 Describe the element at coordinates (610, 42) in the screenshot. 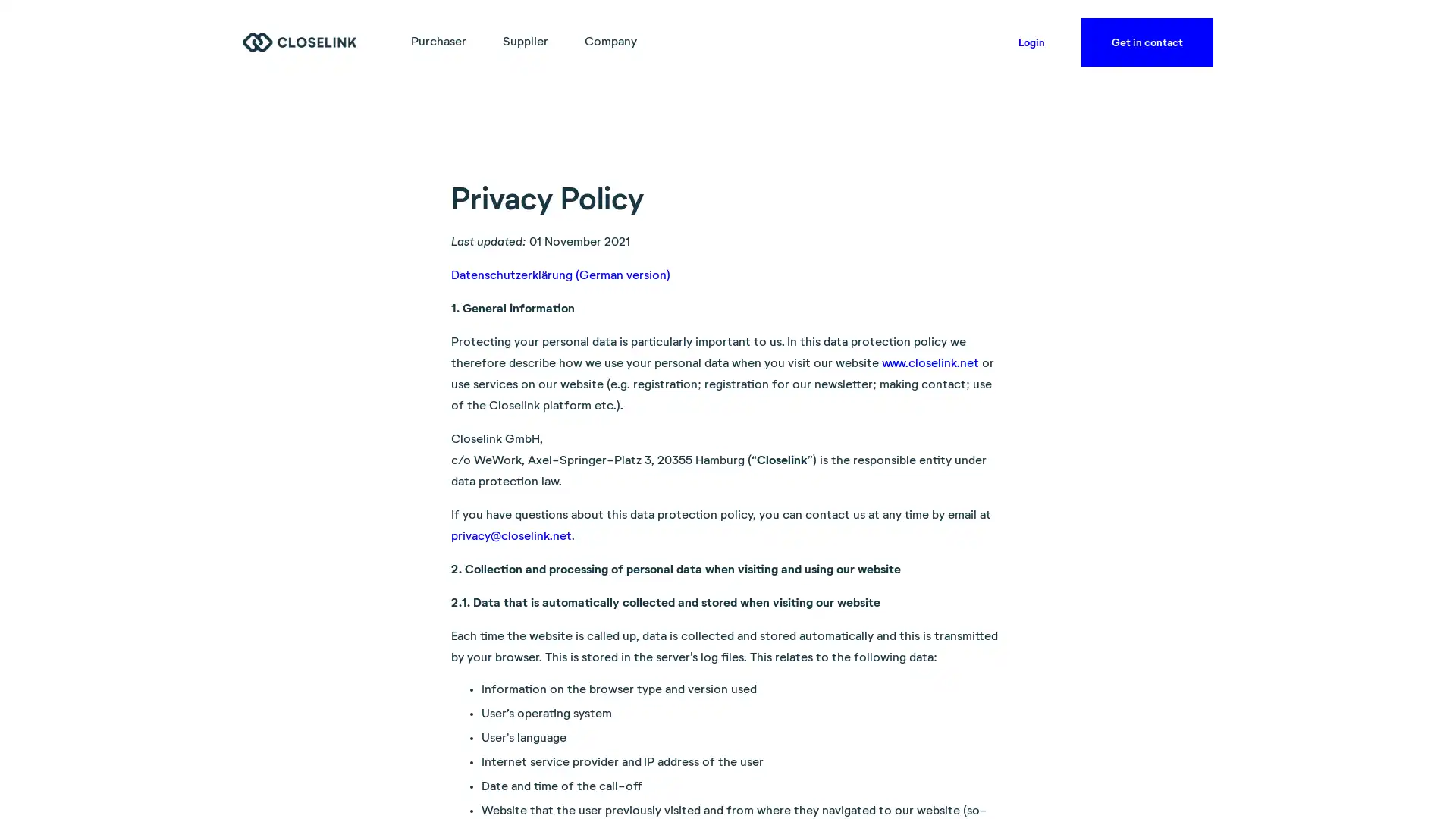

I see `Company` at that location.